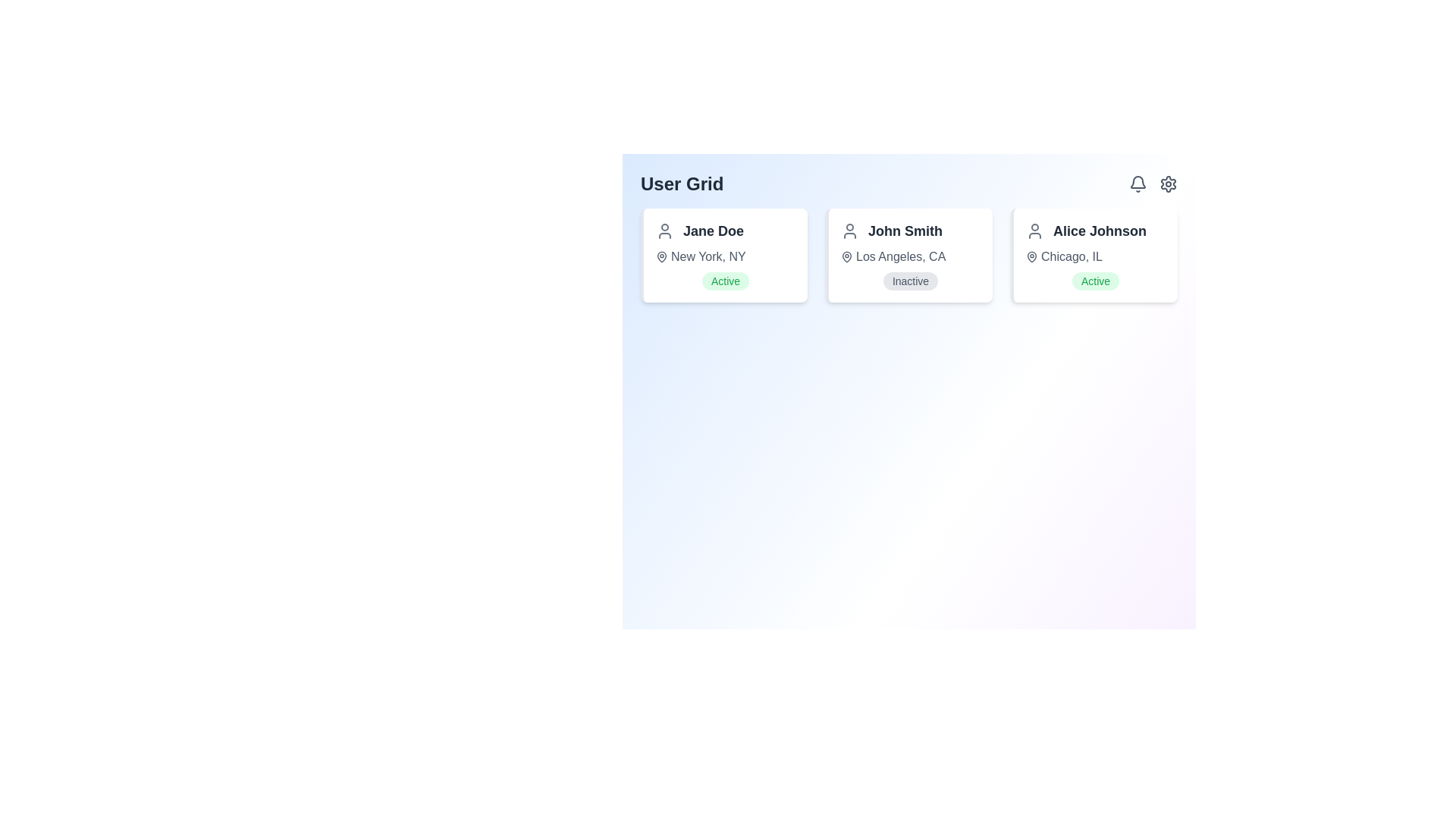 The width and height of the screenshot is (1456, 819). I want to click on the geographical location icon adjacent to 'New York, NY' in the user information card, so click(662, 256).